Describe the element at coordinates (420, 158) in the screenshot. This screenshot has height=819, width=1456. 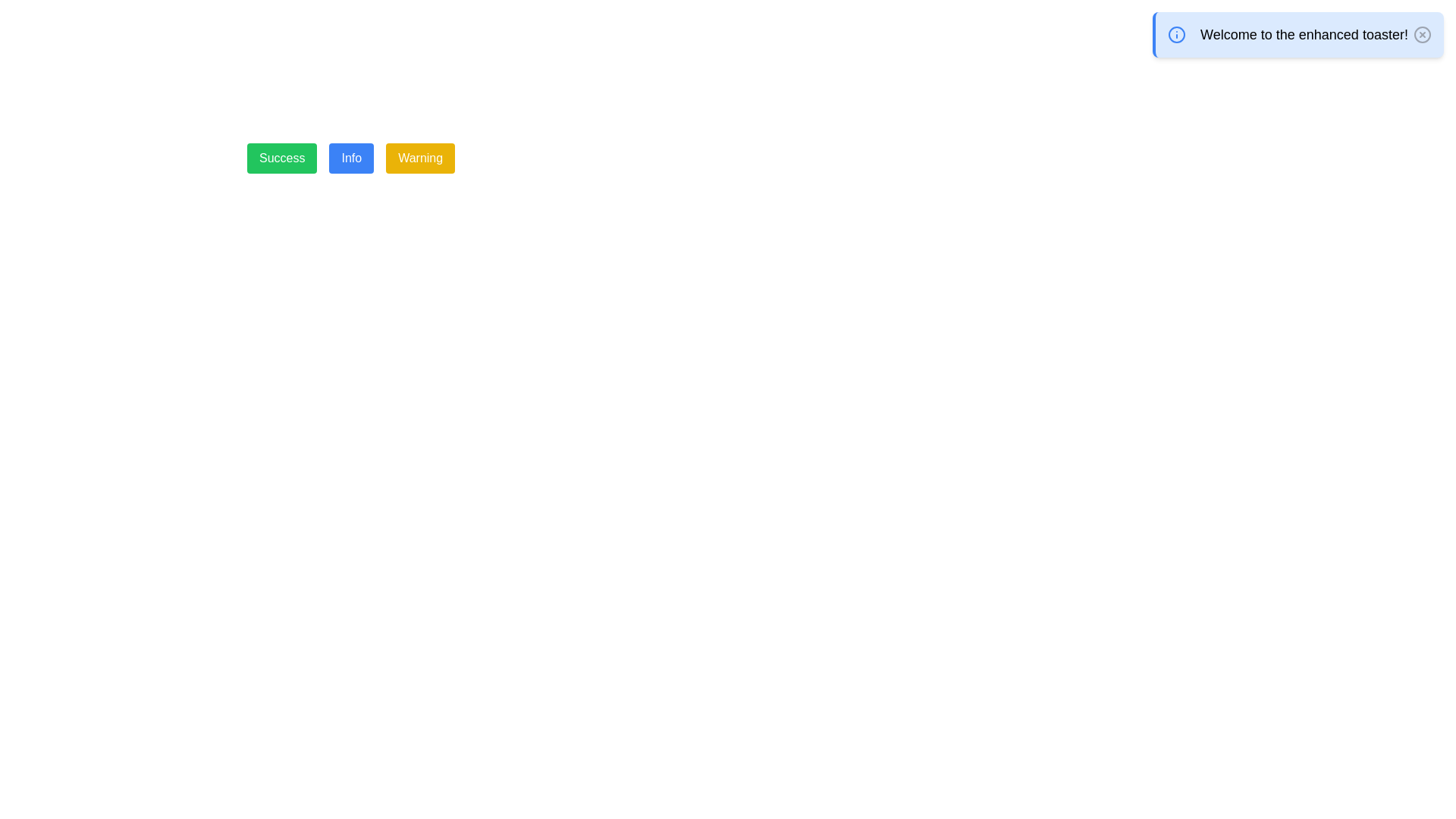
I see `the 'Warning' button, which is the third button in a group of three buttons labeled 'Success', 'Info', and 'Warning'` at that location.